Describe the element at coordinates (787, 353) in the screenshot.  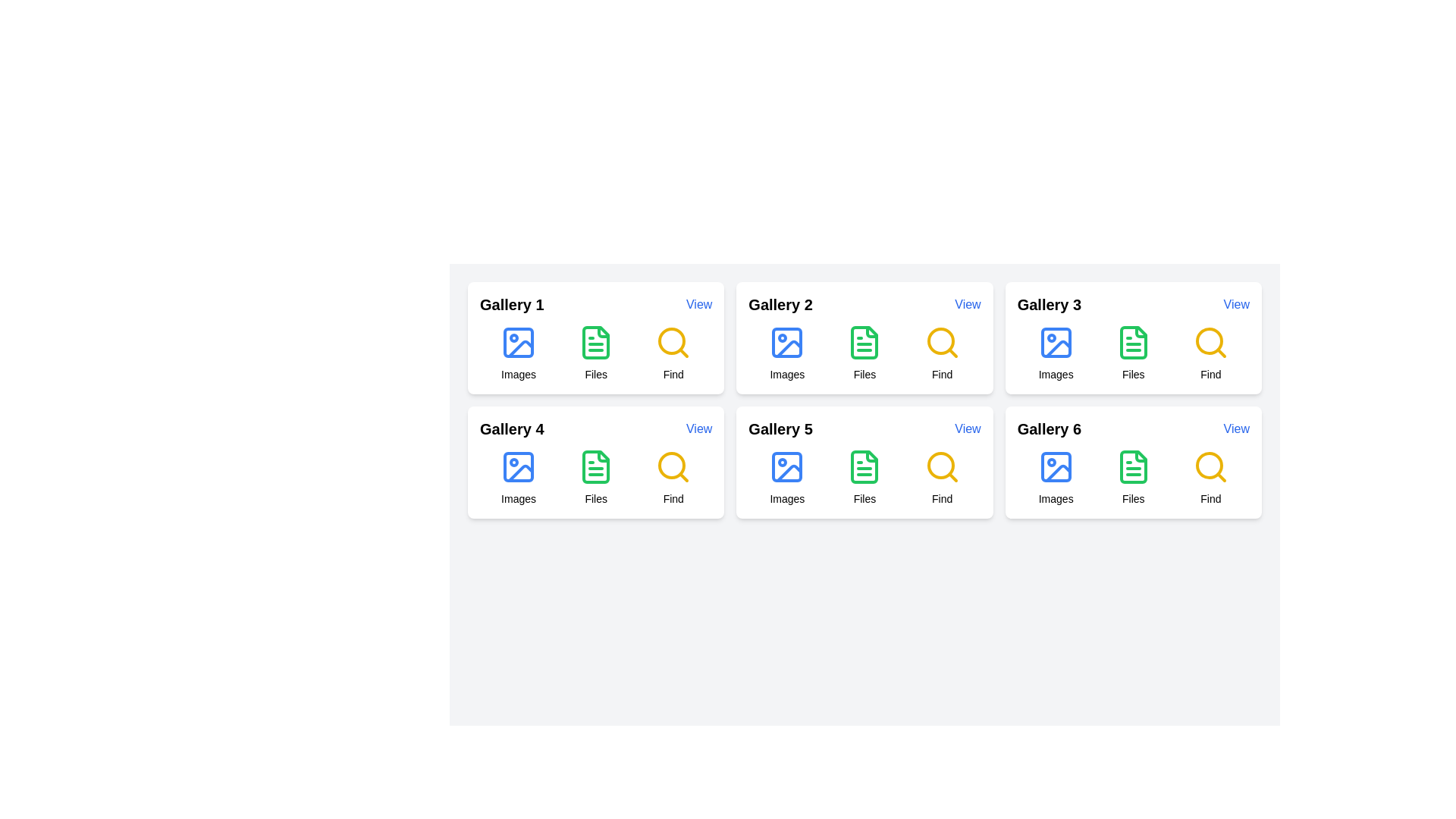
I see `the button or clickable icon labeled as the first option in the 'Images', 'Files', and 'Find' section of the second gallery` at that location.